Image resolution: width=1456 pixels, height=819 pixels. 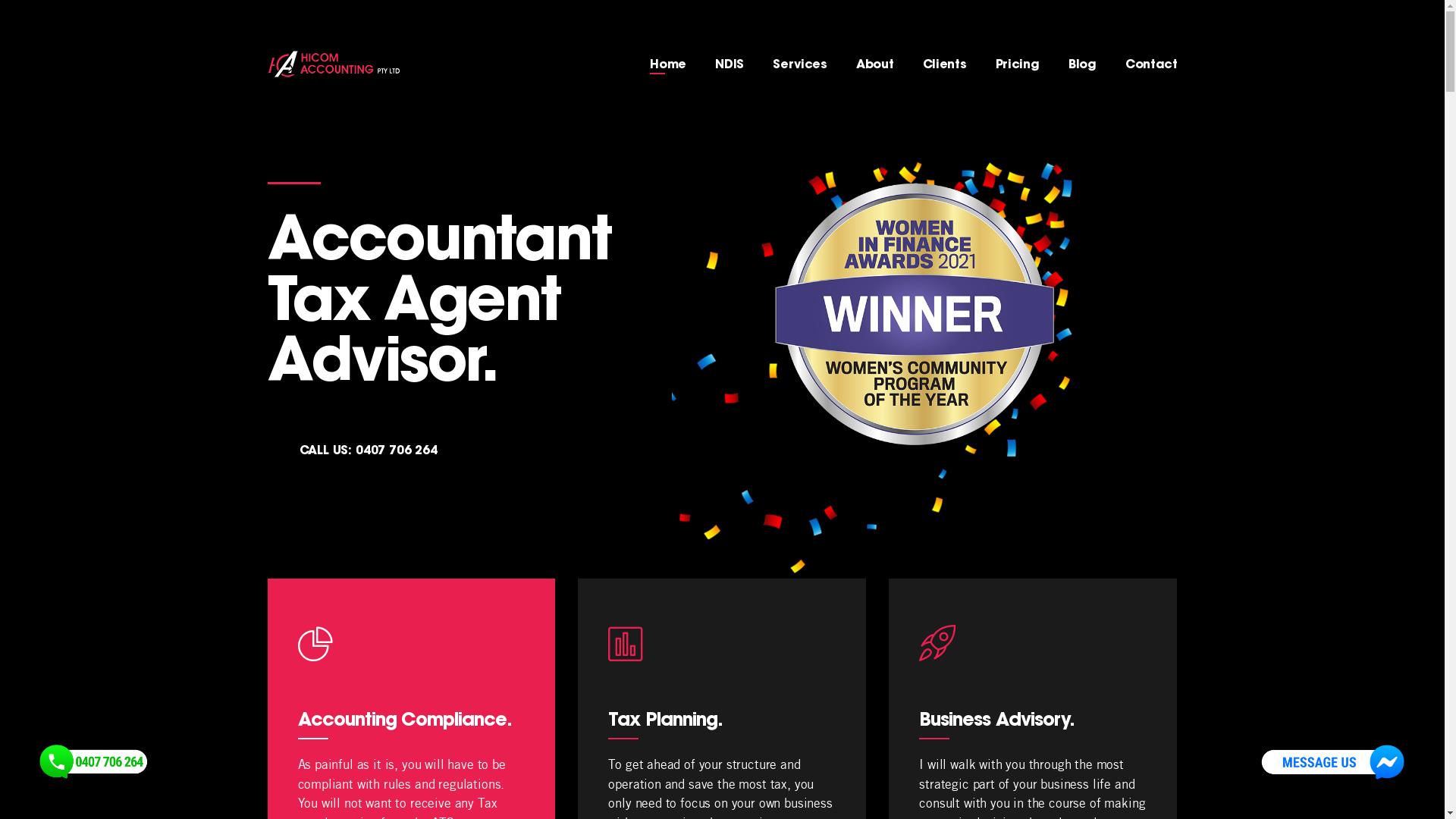 What do you see at coordinates (799, 64) in the screenshot?
I see `'Services'` at bounding box center [799, 64].